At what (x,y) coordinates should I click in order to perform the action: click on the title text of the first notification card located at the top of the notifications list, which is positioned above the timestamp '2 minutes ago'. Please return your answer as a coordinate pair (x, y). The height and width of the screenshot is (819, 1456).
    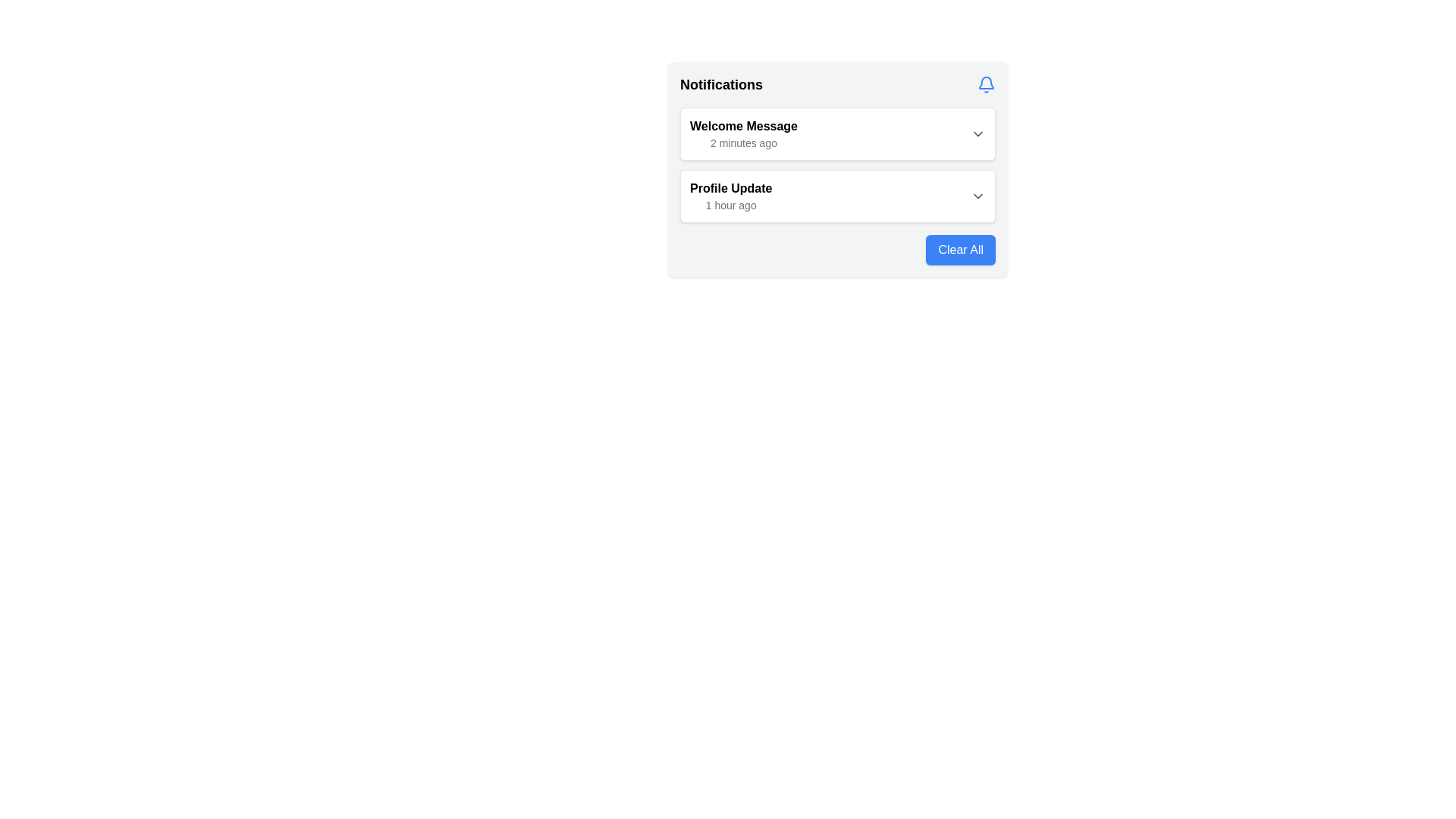
    Looking at the image, I should click on (743, 125).